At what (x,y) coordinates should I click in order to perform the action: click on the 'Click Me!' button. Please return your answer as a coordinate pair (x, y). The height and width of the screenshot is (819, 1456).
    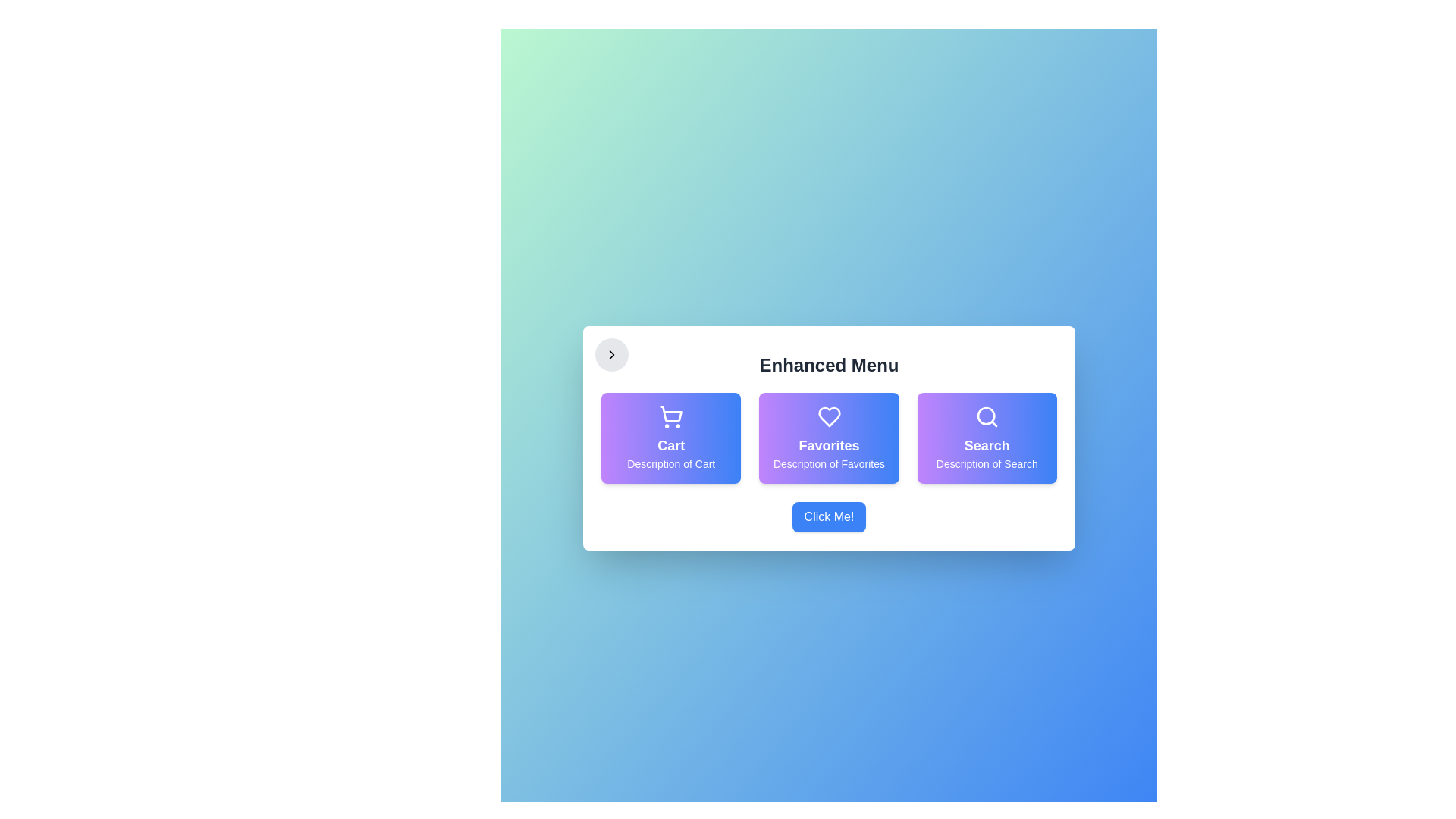
    Looking at the image, I should click on (828, 516).